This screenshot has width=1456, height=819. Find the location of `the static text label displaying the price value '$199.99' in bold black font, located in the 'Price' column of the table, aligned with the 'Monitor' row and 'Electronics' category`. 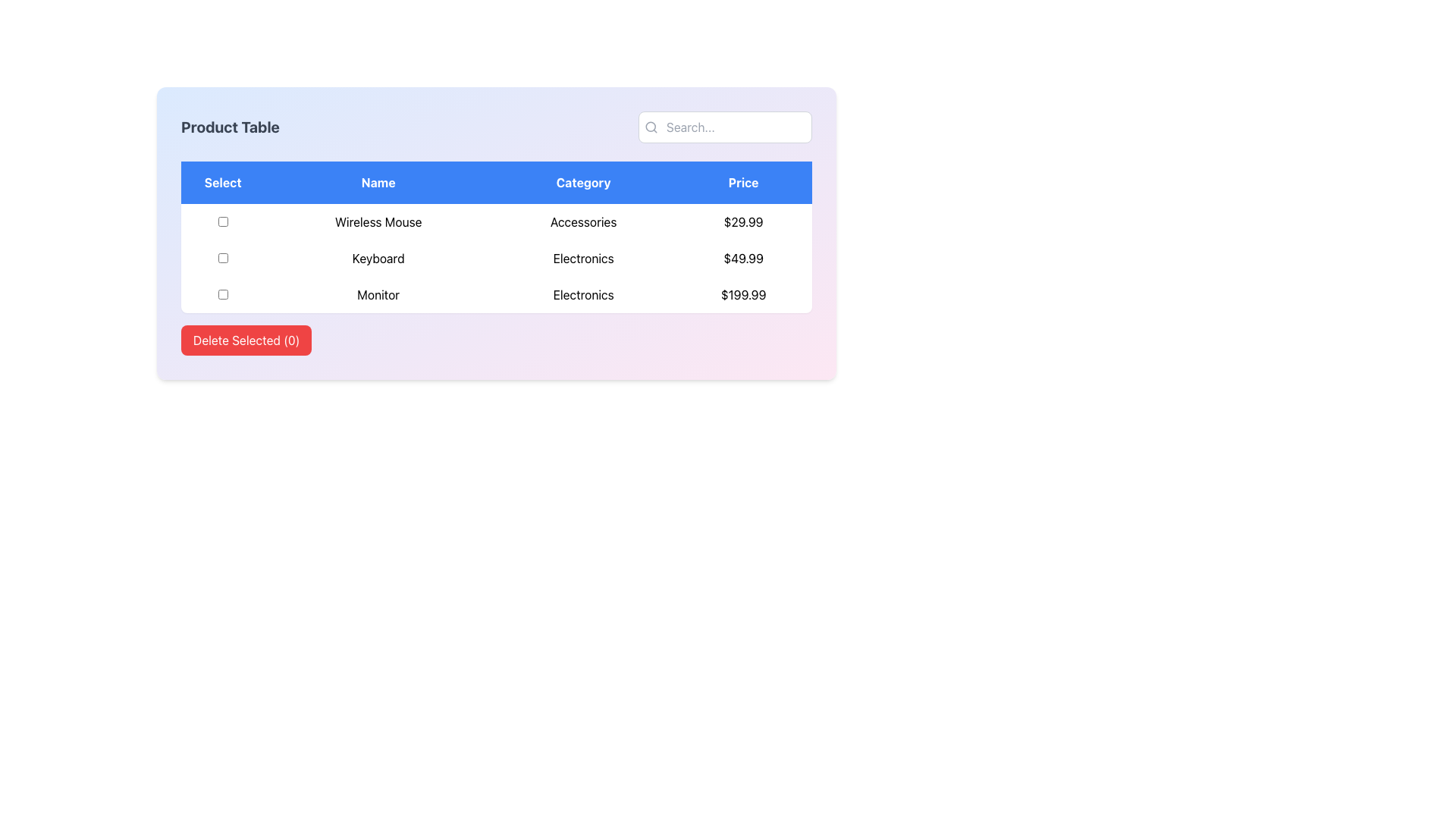

the static text label displaying the price value '$199.99' in bold black font, located in the 'Price' column of the table, aligned with the 'Monitor' row and 'Electronics' category is located at coordinates (743, 295).